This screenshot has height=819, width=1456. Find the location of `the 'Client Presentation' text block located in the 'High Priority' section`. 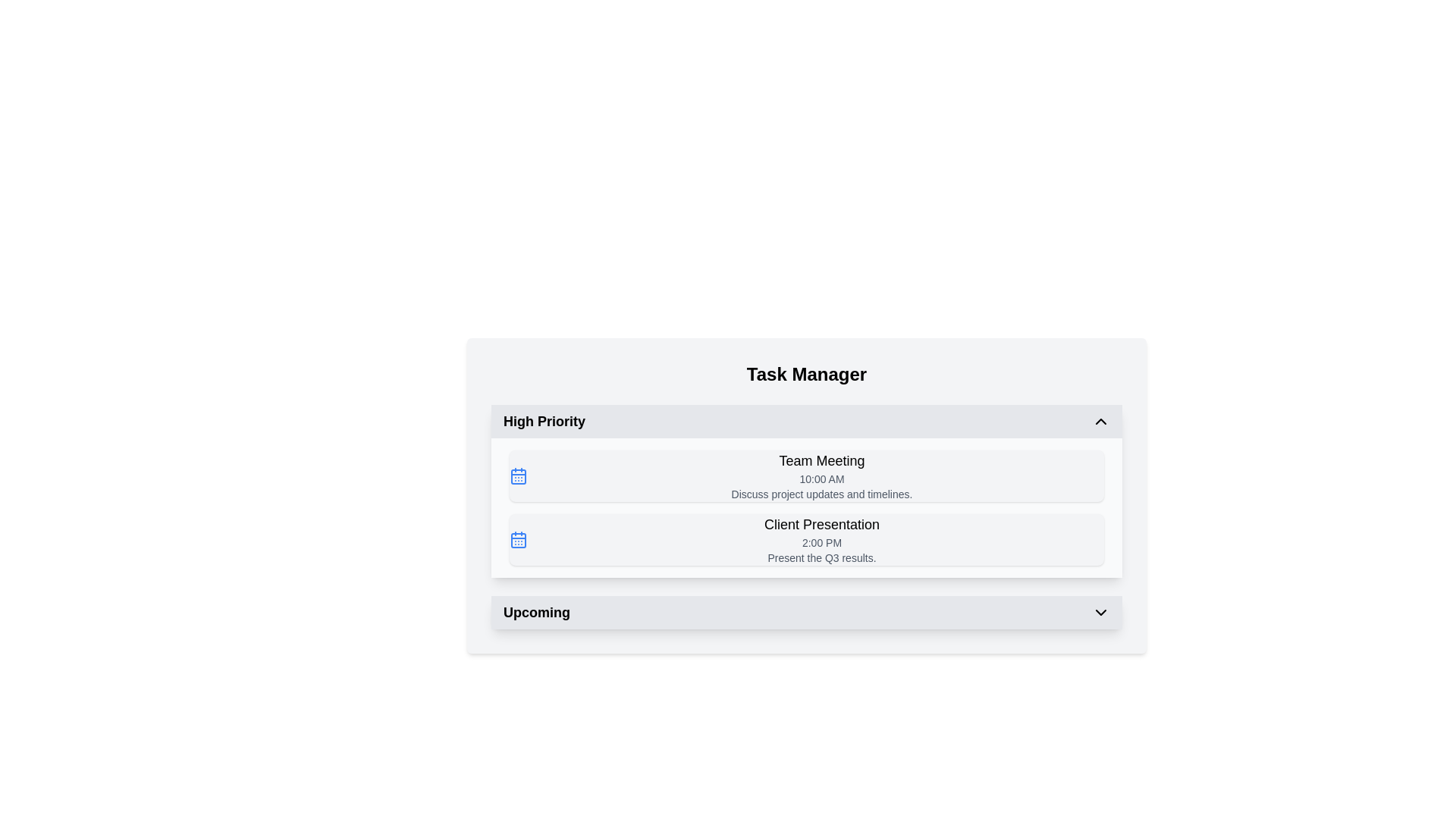

the 'Client Presentation' text block located in the 'High Priority' section is located at coordinates (821, 539).